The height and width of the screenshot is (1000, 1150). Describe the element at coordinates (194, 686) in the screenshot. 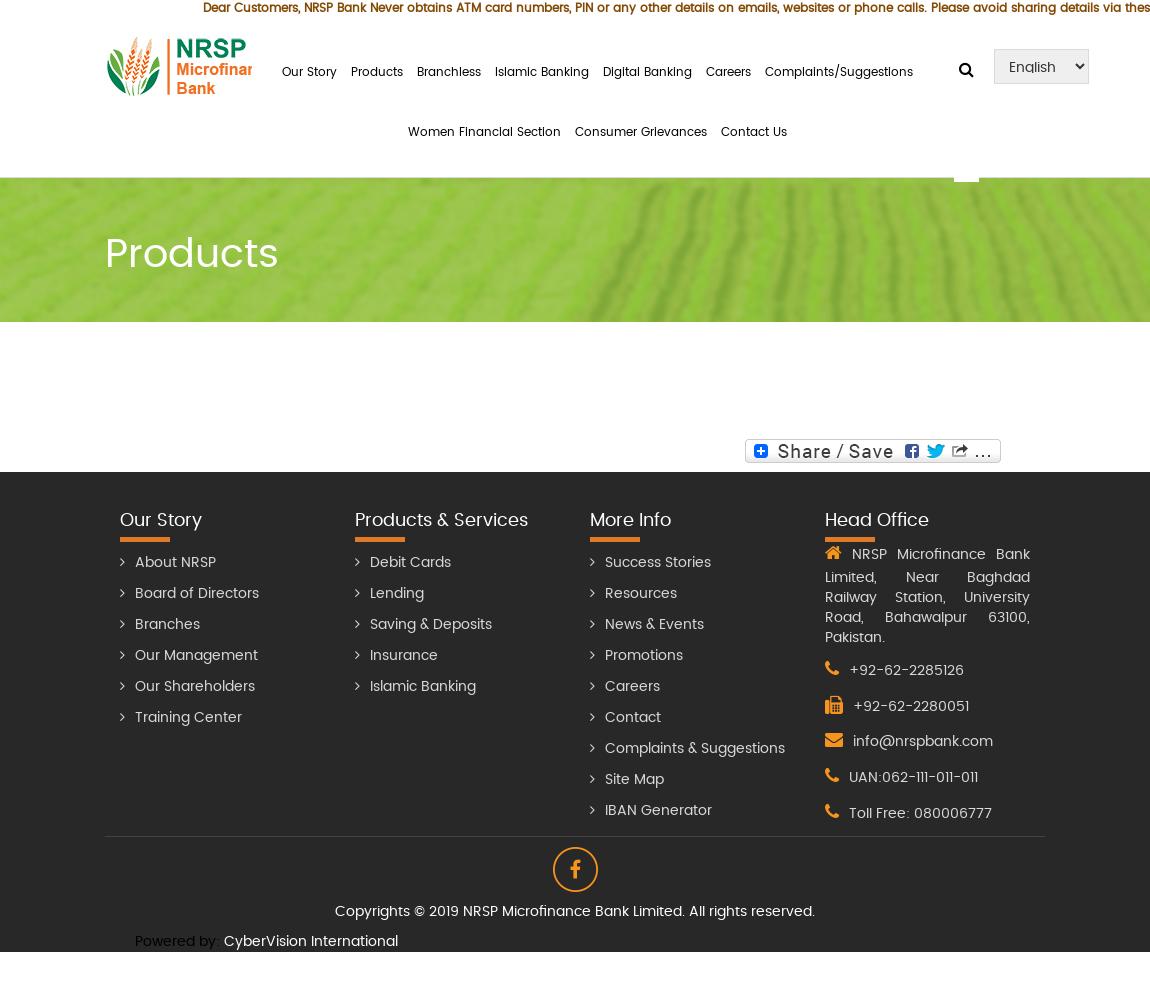

I see `'Our Shareholders'` at that location.